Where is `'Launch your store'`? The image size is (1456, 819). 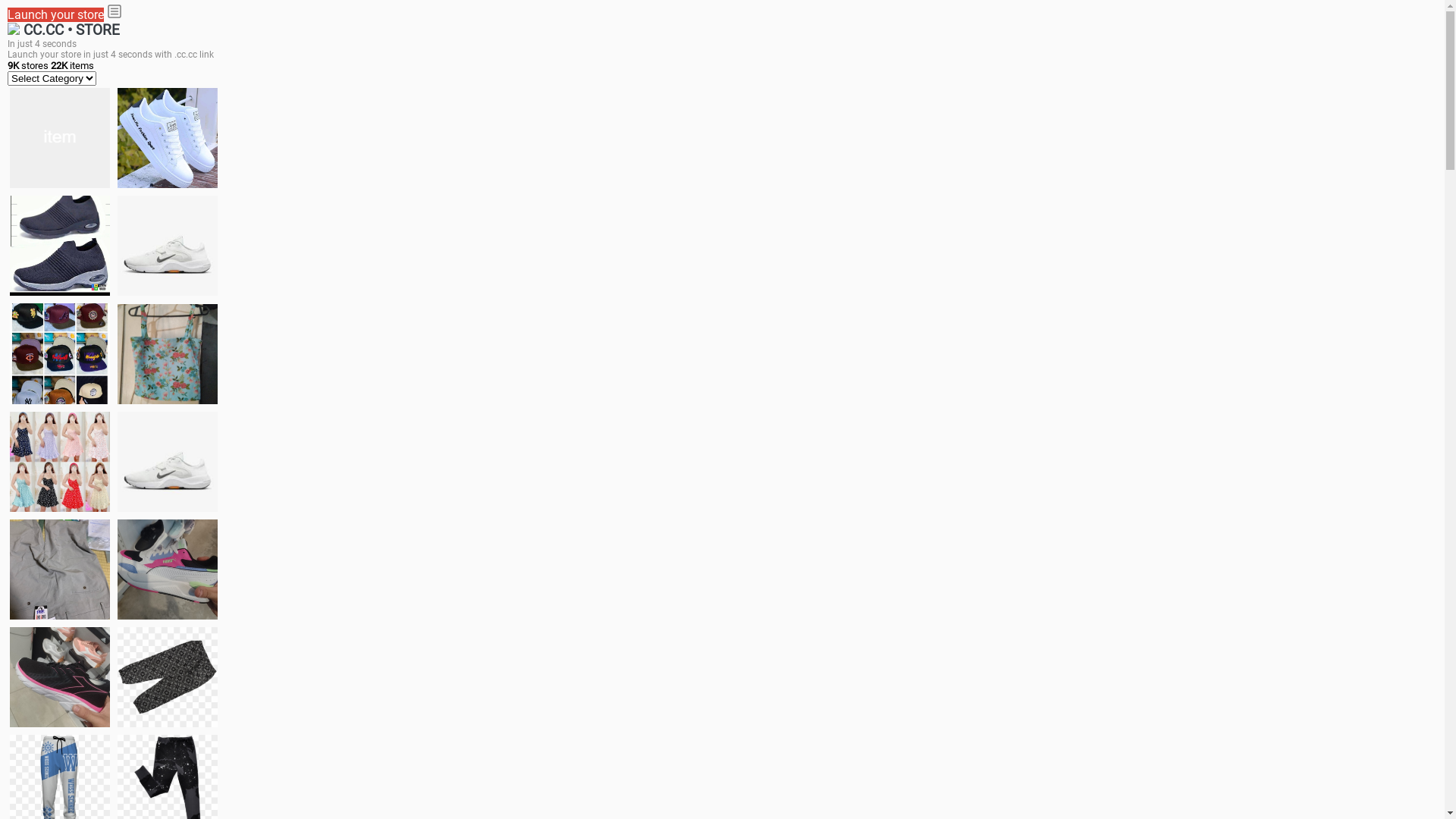
'Launch your store' is located at coordinates (55, 14).